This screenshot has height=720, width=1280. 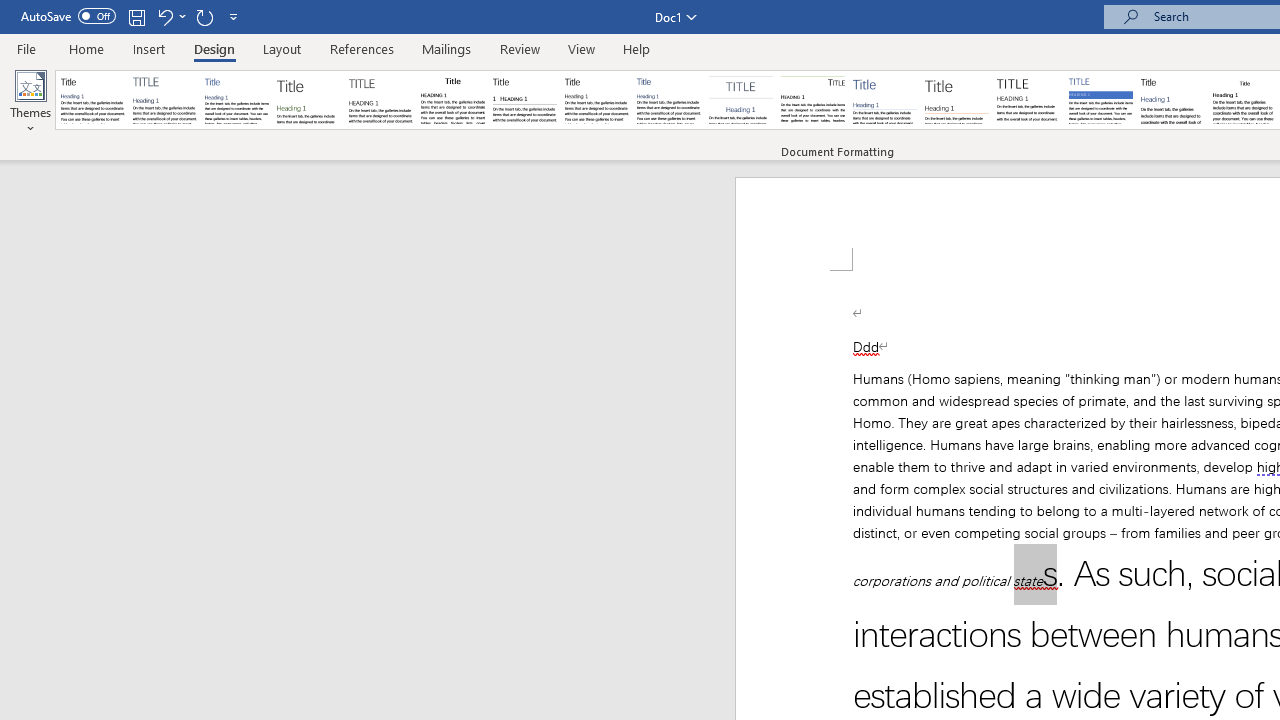 I want to click on 'Lines (Simple)', so click(x=884, y=100).